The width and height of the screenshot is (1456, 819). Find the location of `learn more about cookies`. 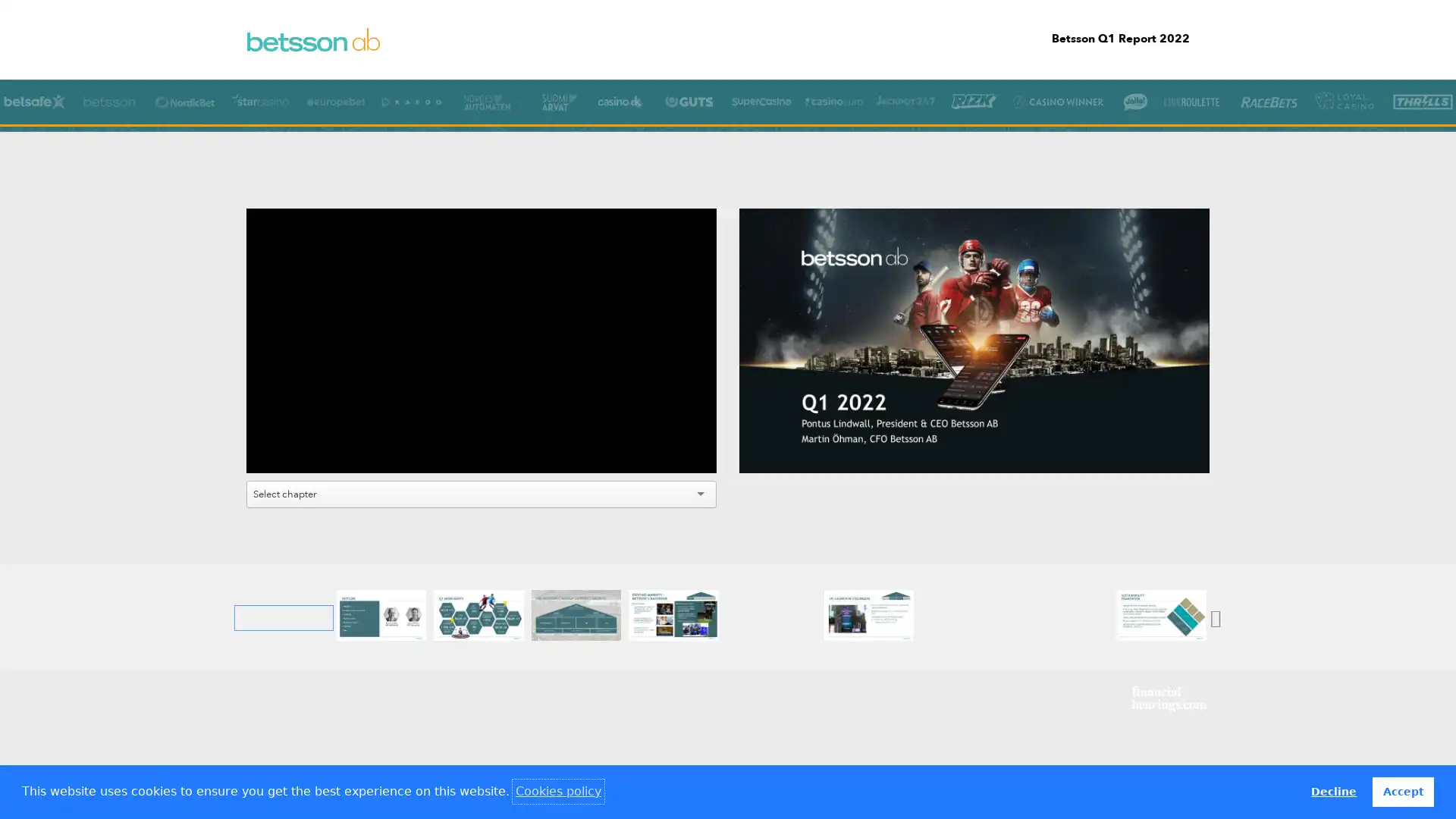

learn more about cookies is located at coordinates (557, 791).